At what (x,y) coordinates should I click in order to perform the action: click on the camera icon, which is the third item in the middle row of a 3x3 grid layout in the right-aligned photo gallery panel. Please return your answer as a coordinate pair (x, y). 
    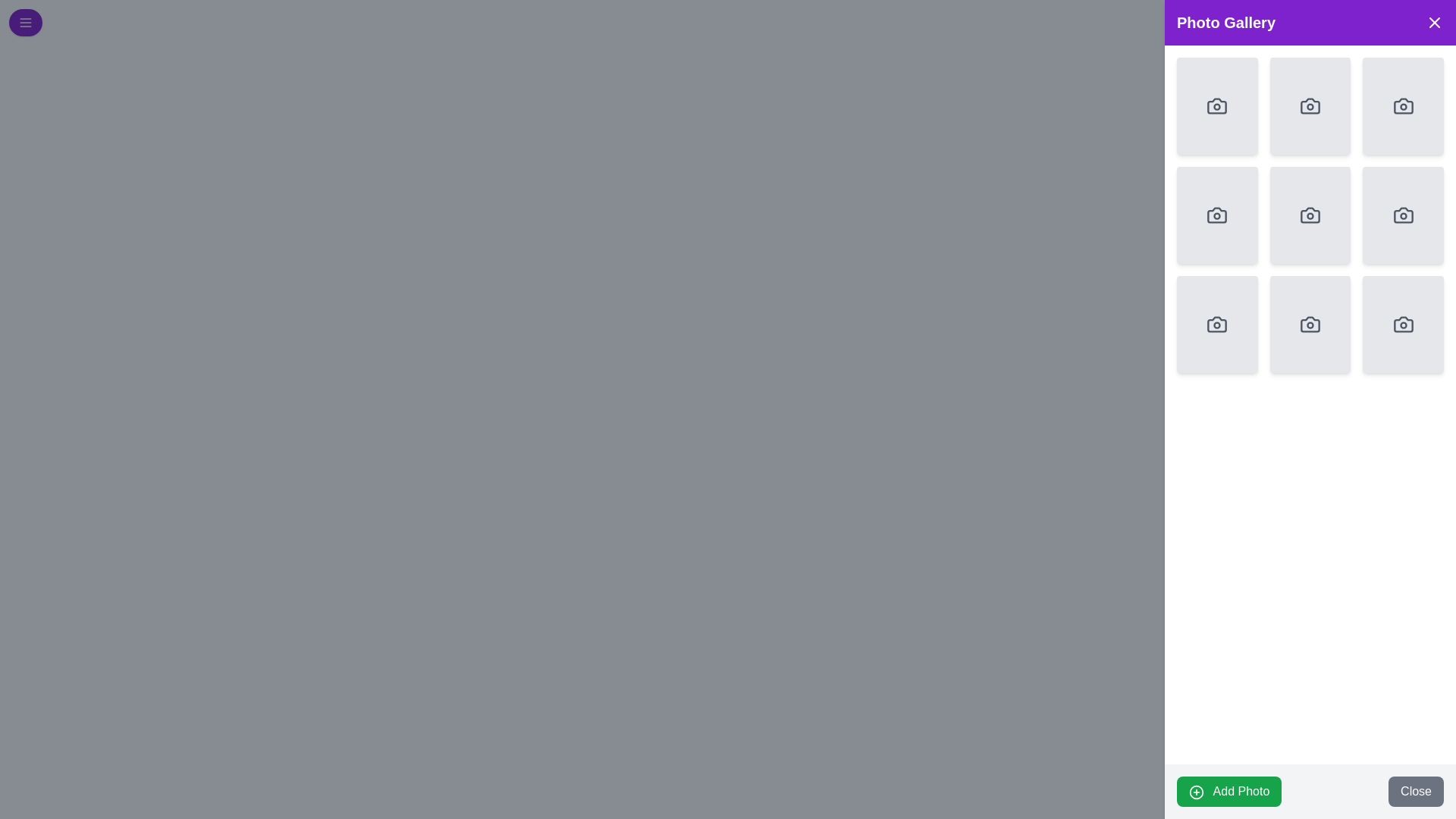
    Looking at the image, I should click on (1310, 324).